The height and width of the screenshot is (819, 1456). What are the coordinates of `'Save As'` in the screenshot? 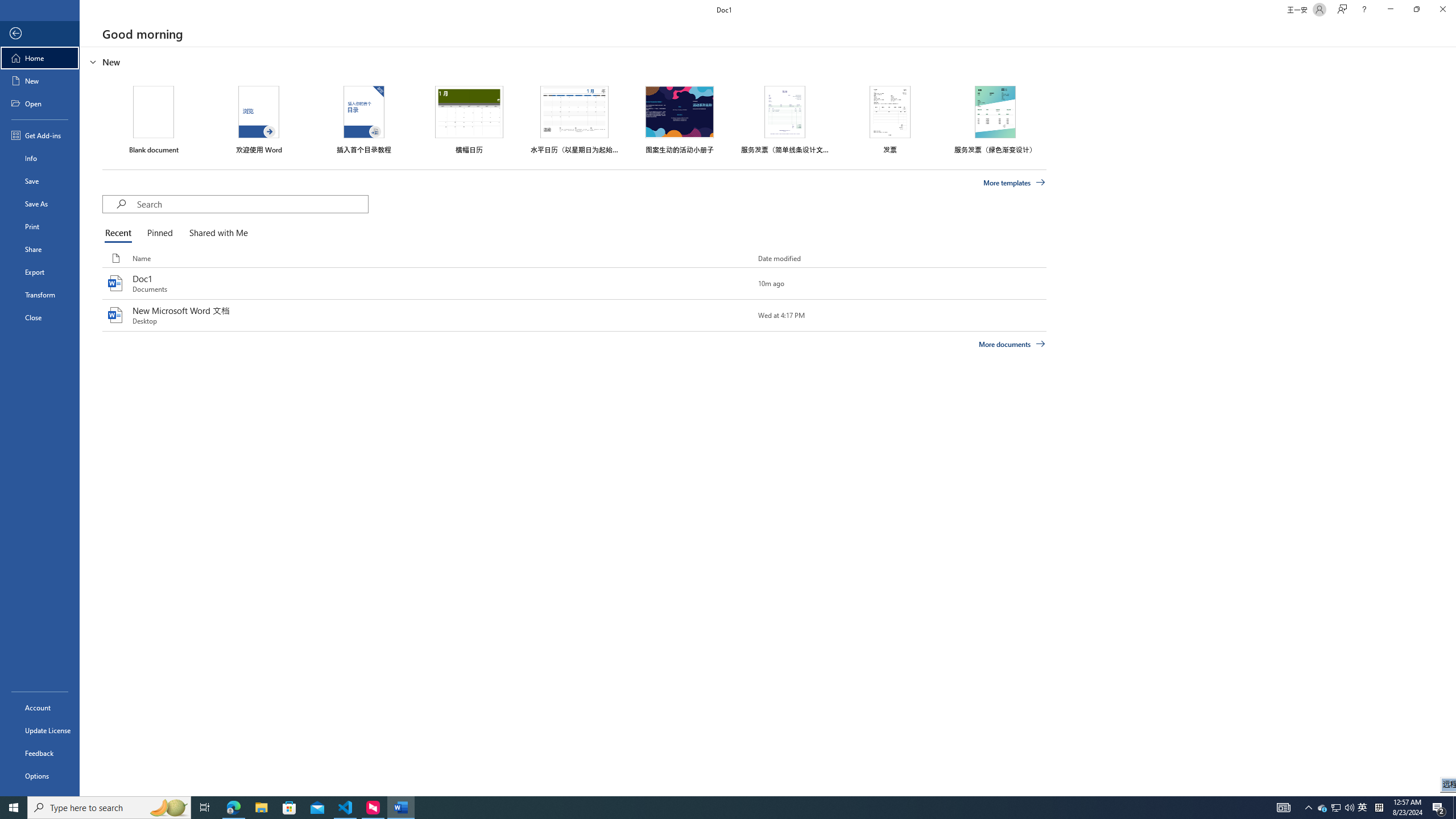 It's located at (39, 202).